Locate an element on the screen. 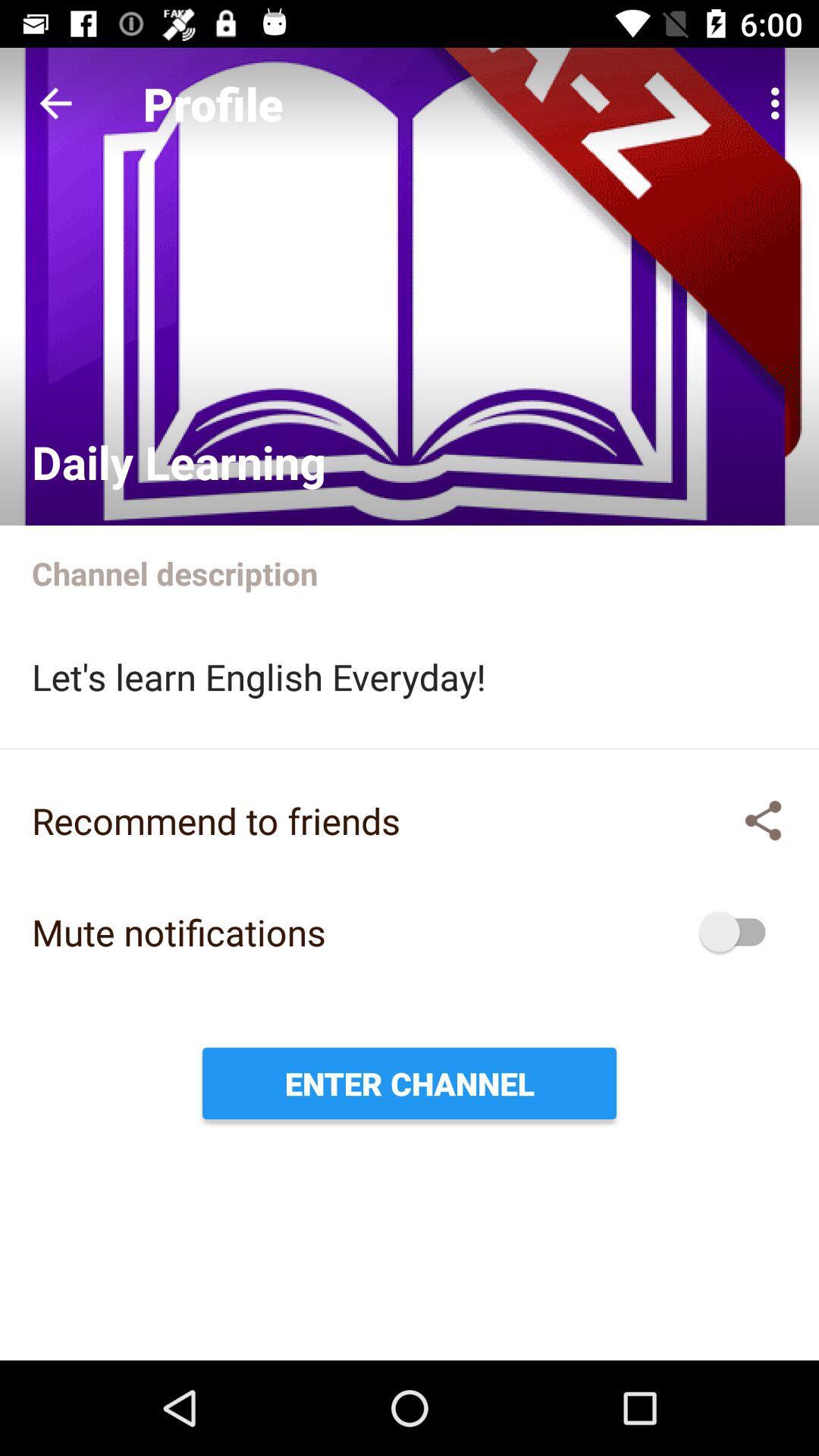 This screenshot has width=819, height=1456. go back is located at coordinates (55, 102).